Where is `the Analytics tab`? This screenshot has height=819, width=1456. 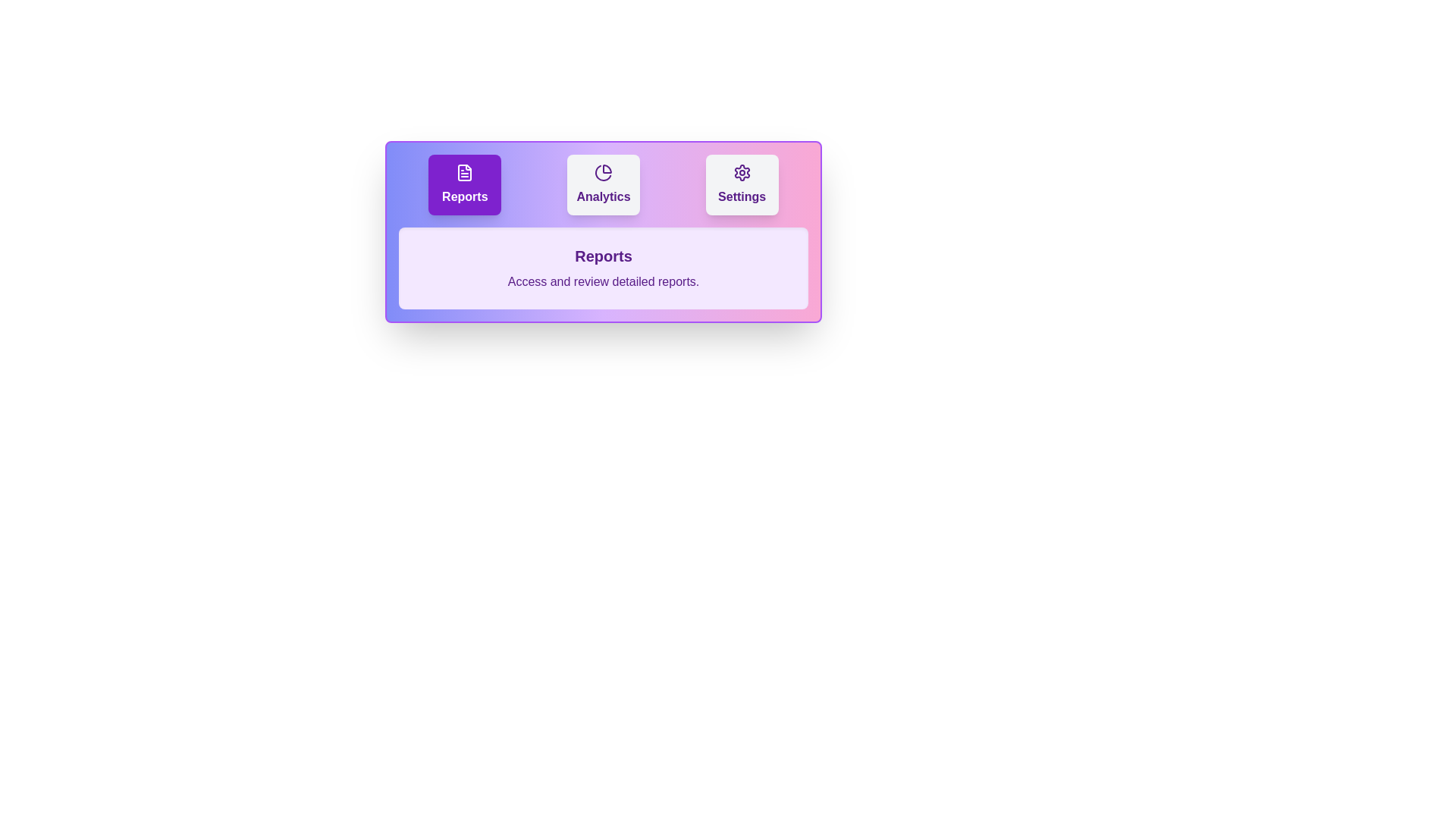 the Analytics tab is located at coordinates (603, 184).